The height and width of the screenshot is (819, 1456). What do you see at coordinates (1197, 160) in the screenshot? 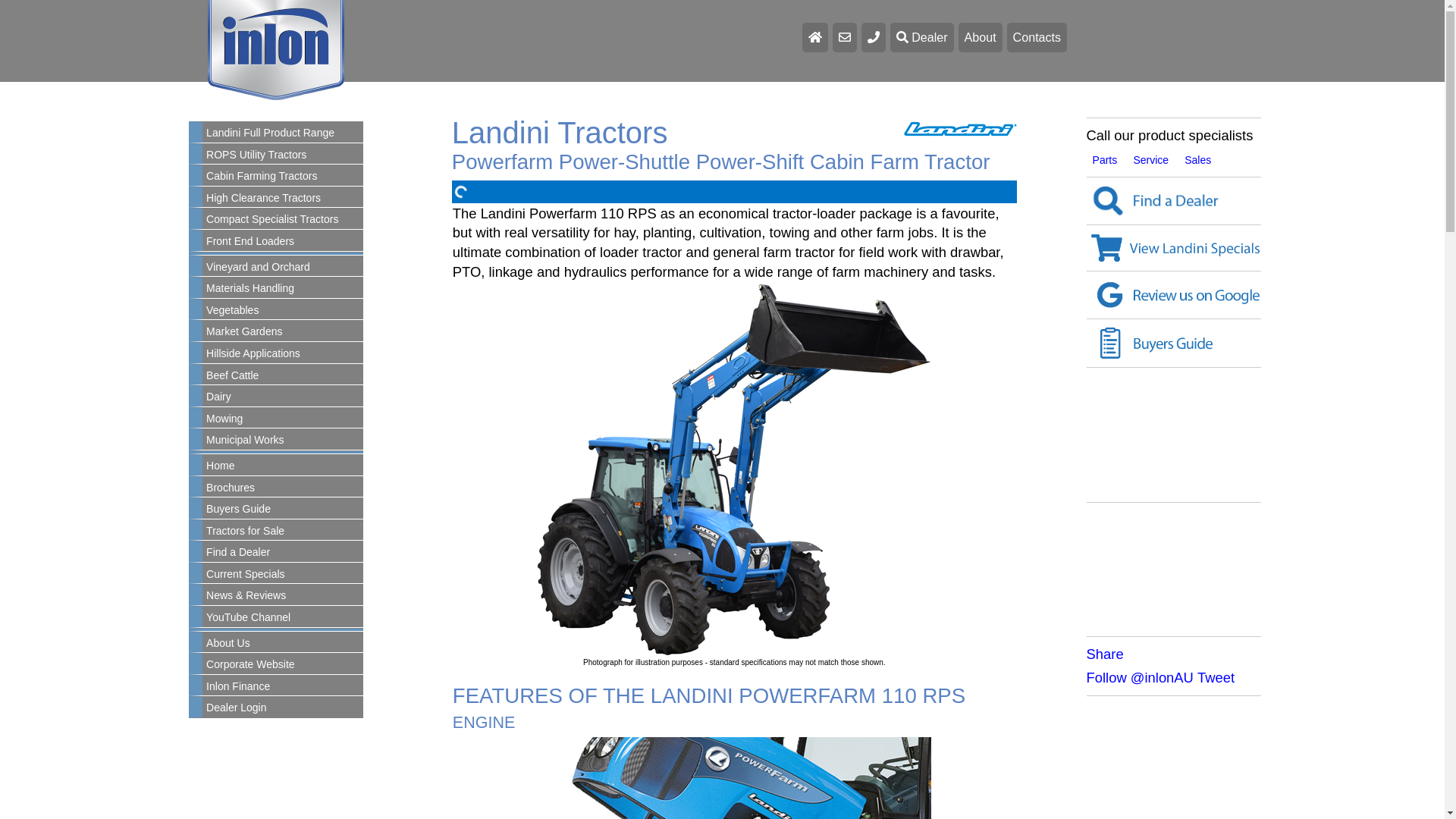
I see `'Sales'` at bounding box center [1197, 160].